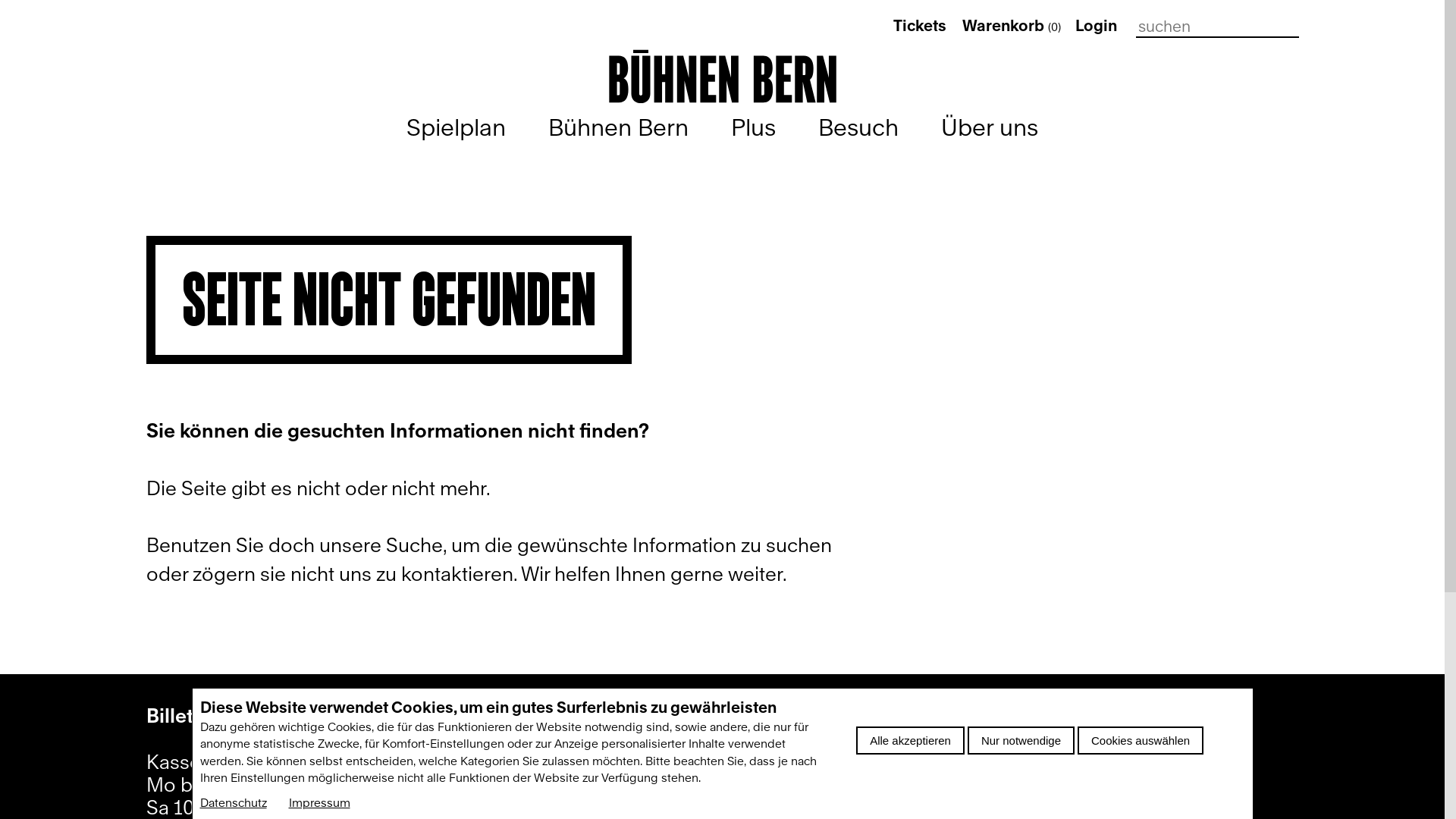 The height and width of the screenshot is (819, 1456). I want to click on 'Kontakt & Impressum', so click(1034, 717).